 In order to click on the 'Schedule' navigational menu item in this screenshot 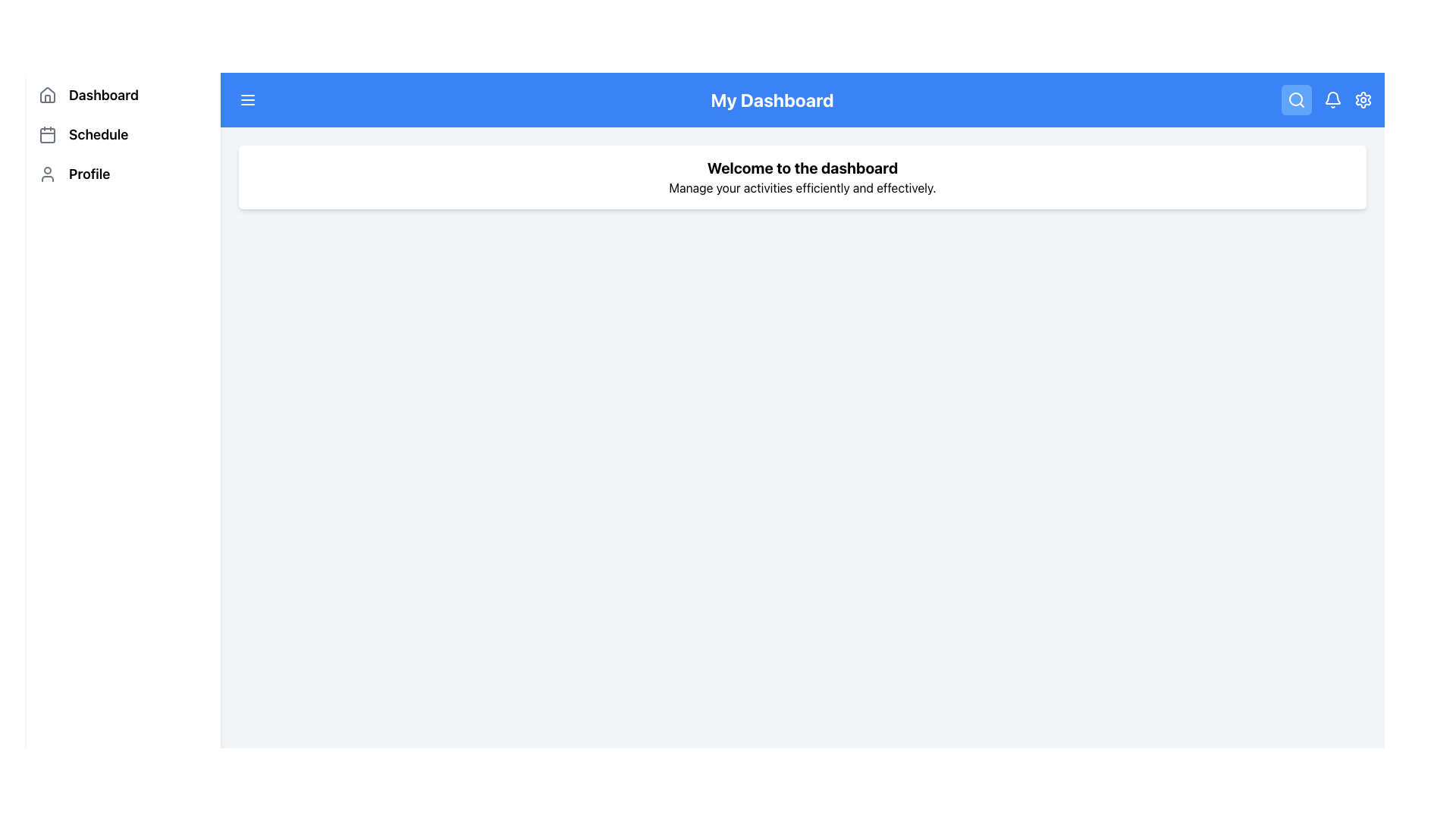, I will do `click(124, 133)`.